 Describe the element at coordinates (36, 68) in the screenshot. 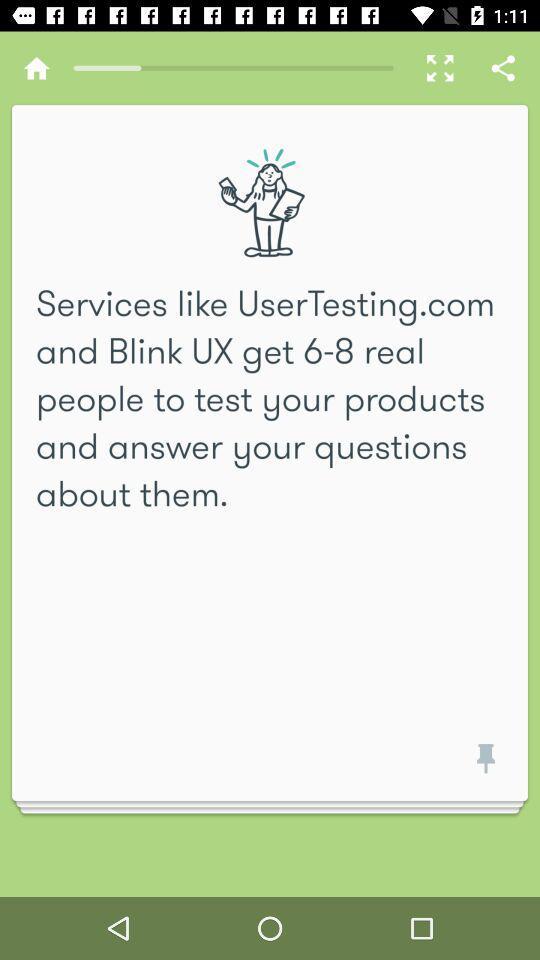

I see `the home icon` at that location.